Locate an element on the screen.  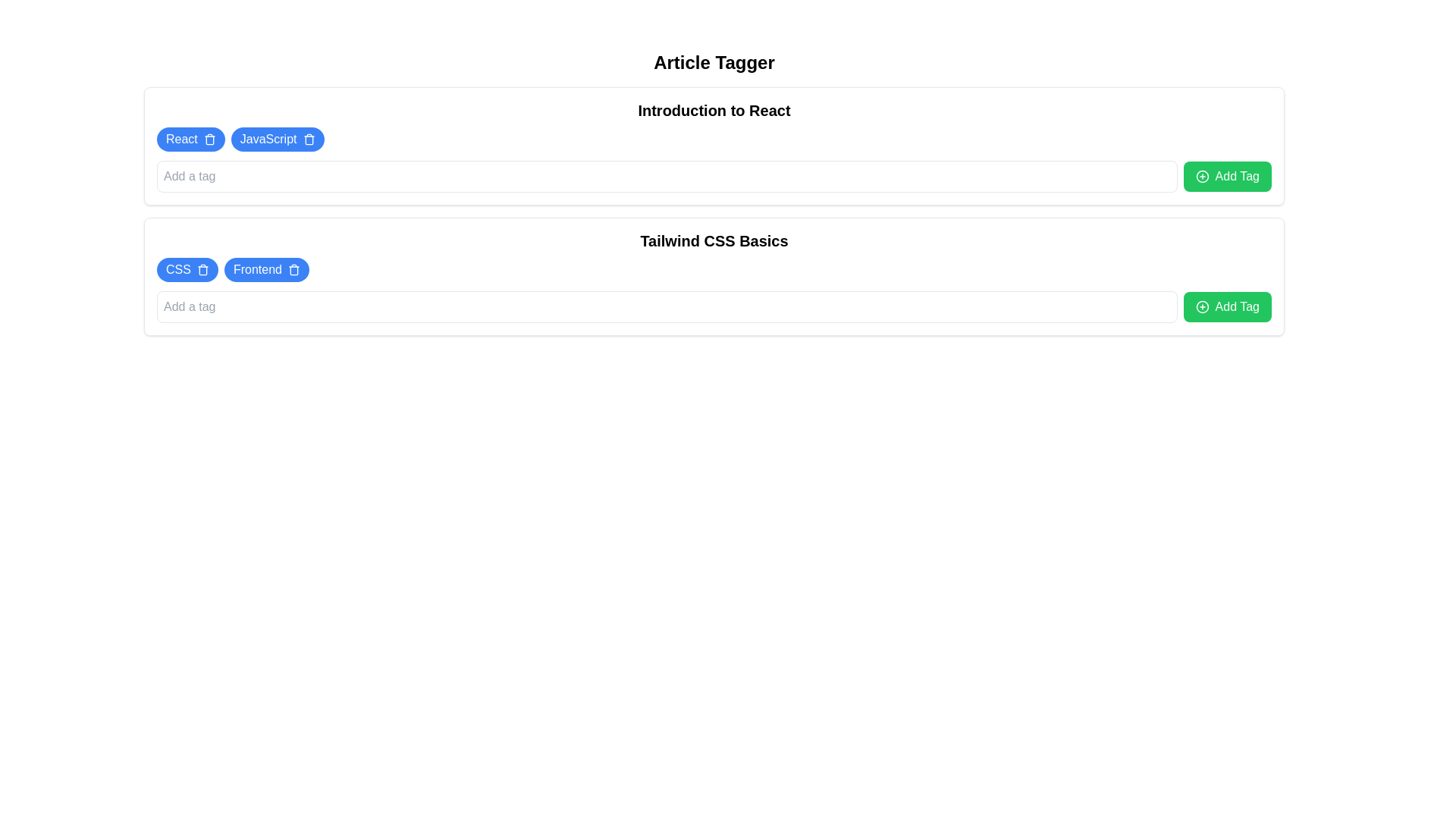
the trash icon button within the blue rounded tag labeled 'Frontend' is located at coordinates (294, 268).